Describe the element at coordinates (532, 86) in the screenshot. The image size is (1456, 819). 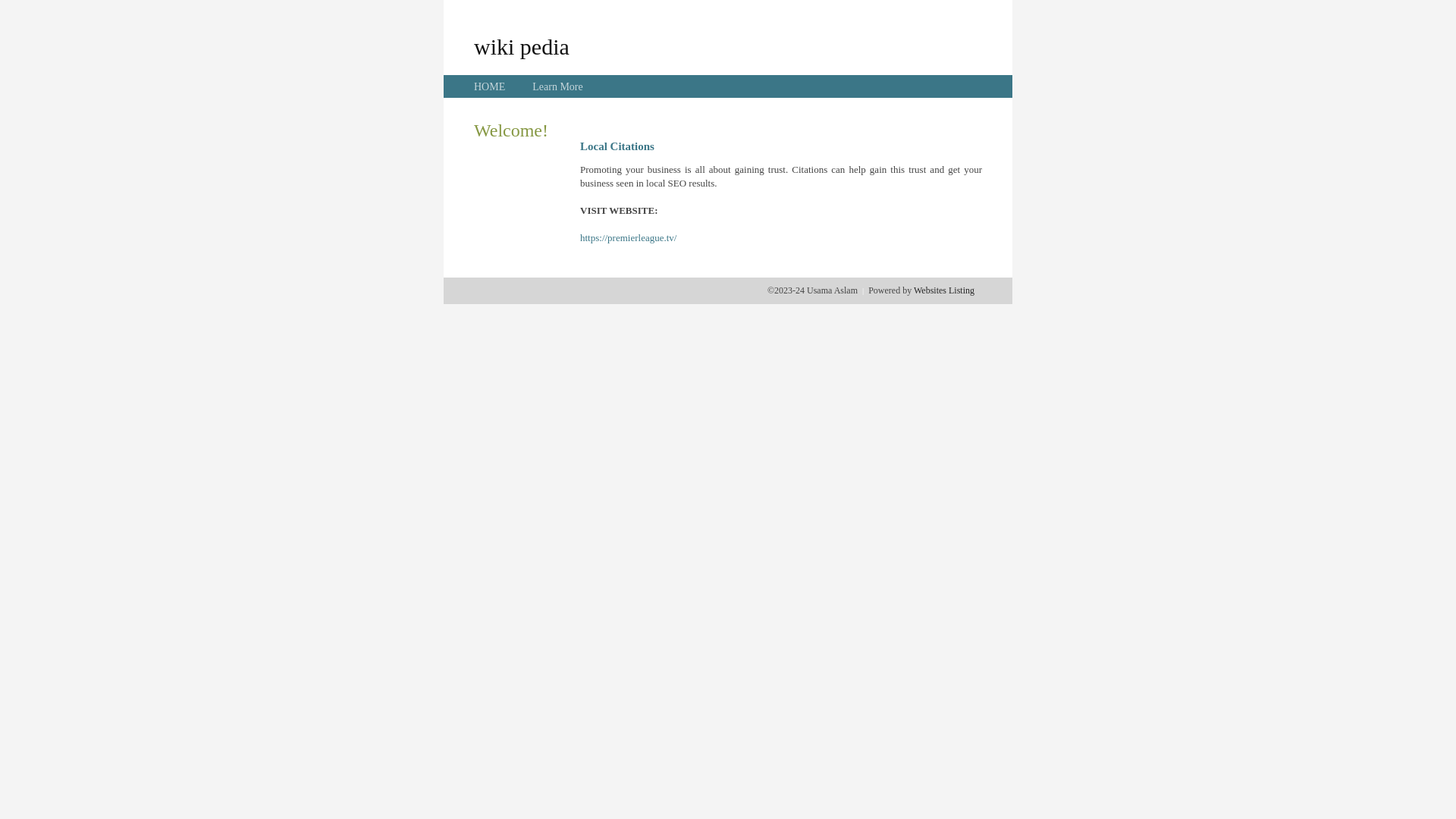
I see `'Learn More'` at that location.